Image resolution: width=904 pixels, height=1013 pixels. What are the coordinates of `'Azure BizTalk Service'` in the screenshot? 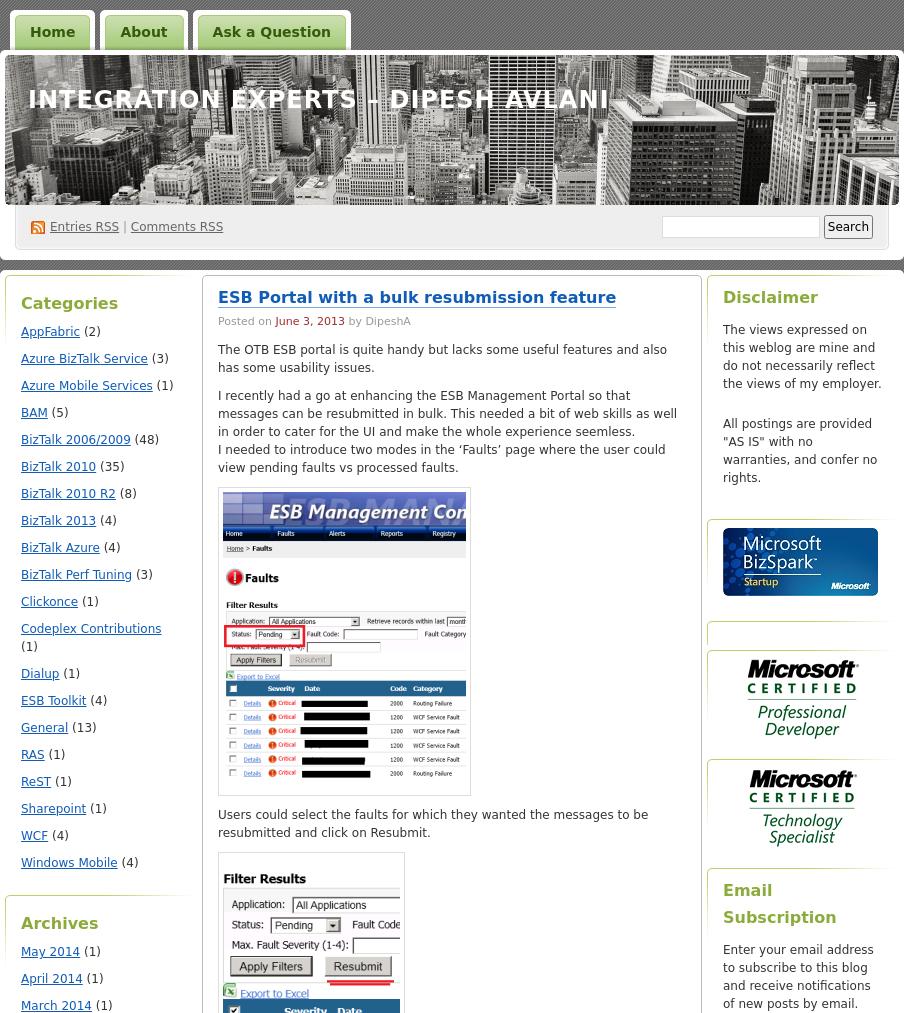 It's located at (84, 359).